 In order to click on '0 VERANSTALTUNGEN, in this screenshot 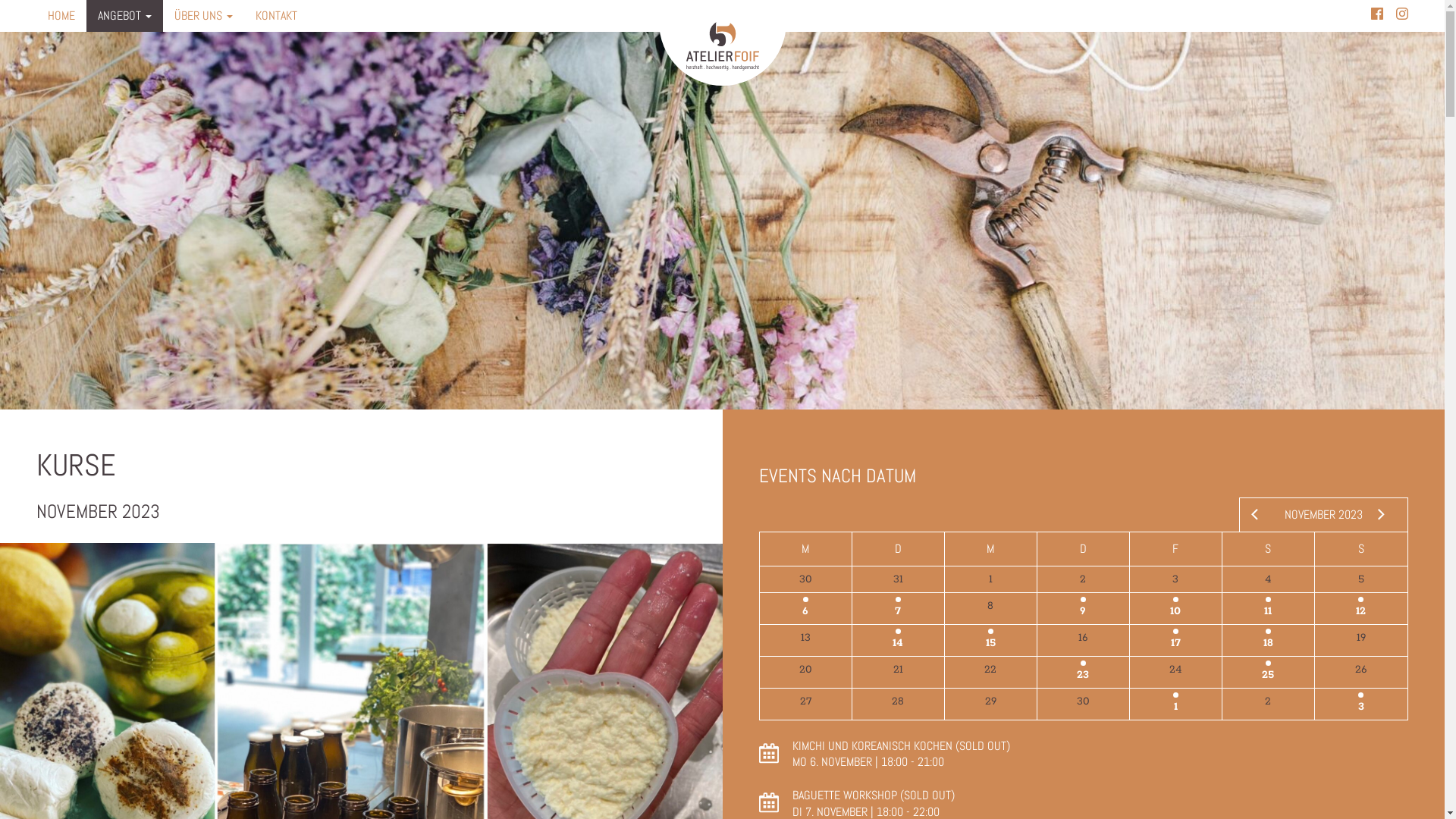, I will do `click(1361, 579)`.